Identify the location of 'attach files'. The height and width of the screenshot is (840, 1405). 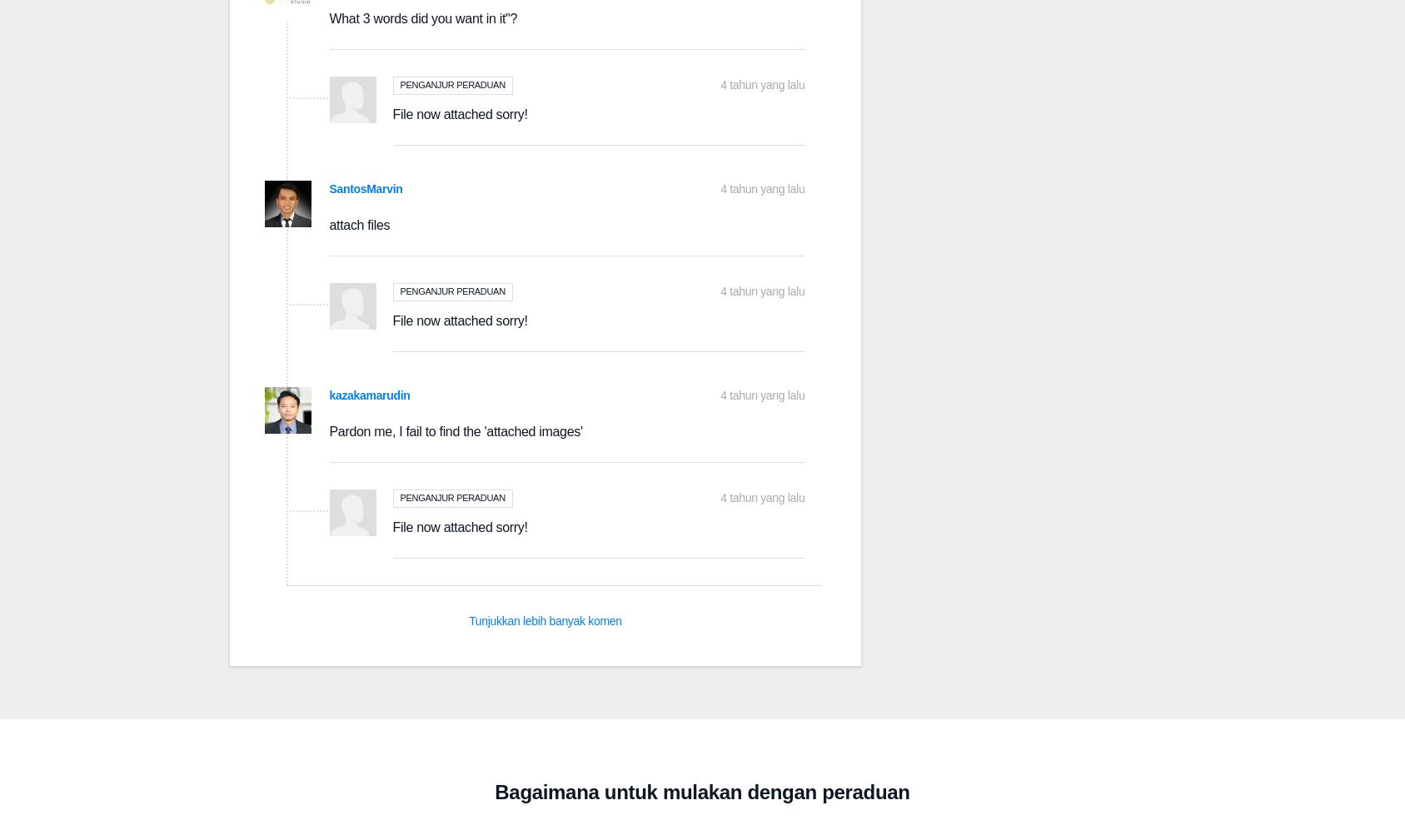
(359, 224).